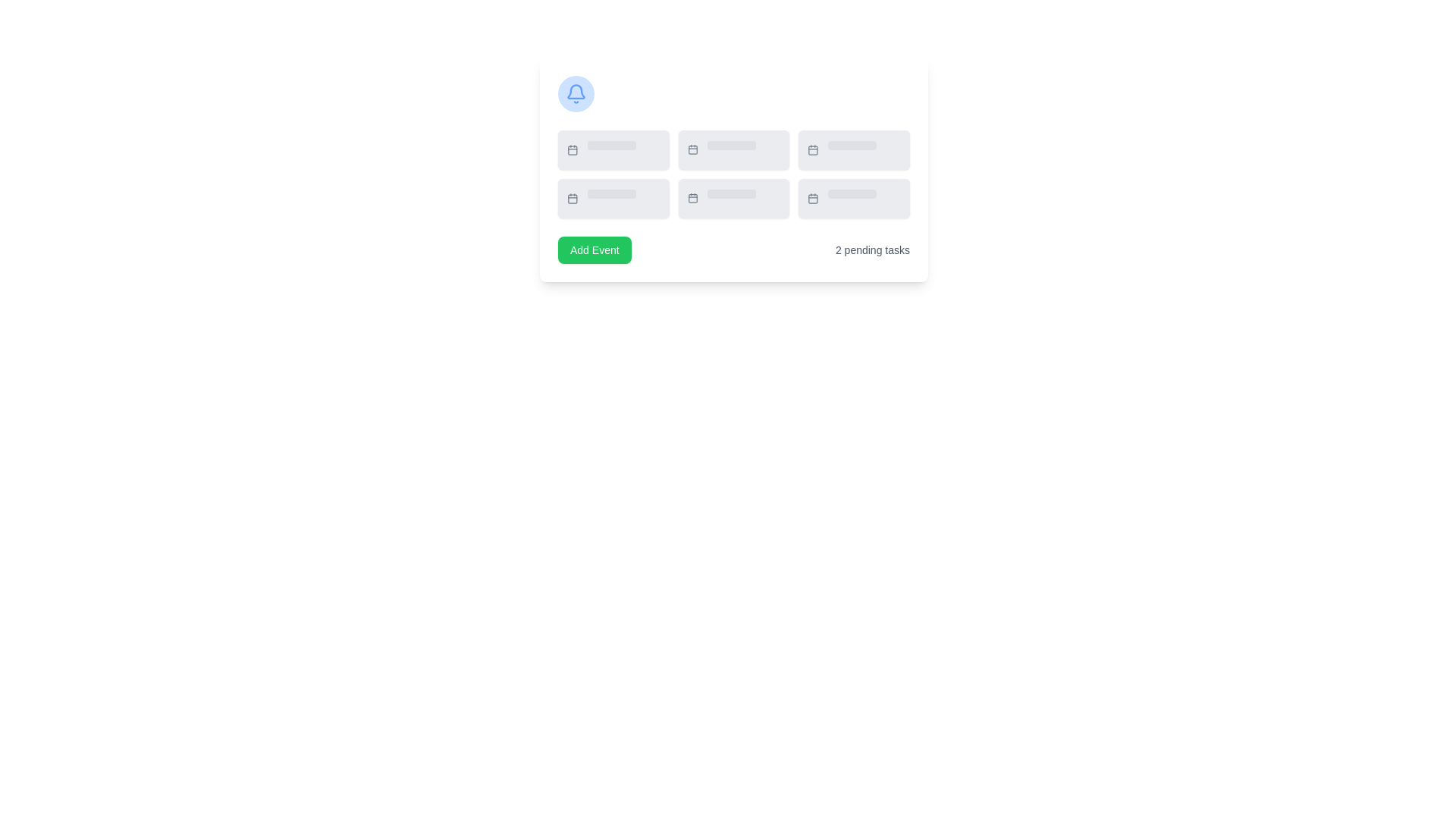 Image resolution: width=1456 pixels, height=819 pixels. What do you see at coordinates (812, 150) in the screenshot?
I see `the small rectangle with rounded corners located in the upper right area of the SVG calendar icon` at bounding box center [812, 150].